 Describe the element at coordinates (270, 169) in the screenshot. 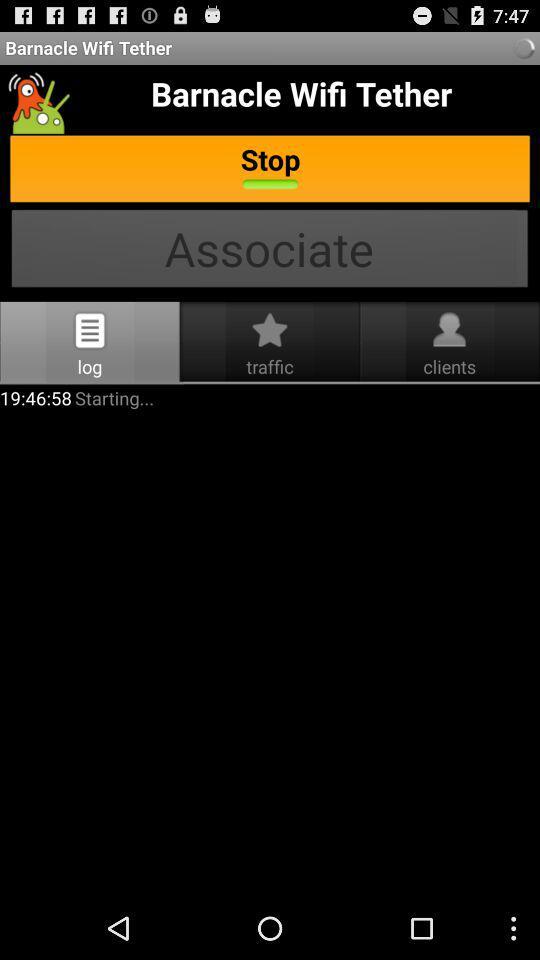

I see `text stop` at that location.